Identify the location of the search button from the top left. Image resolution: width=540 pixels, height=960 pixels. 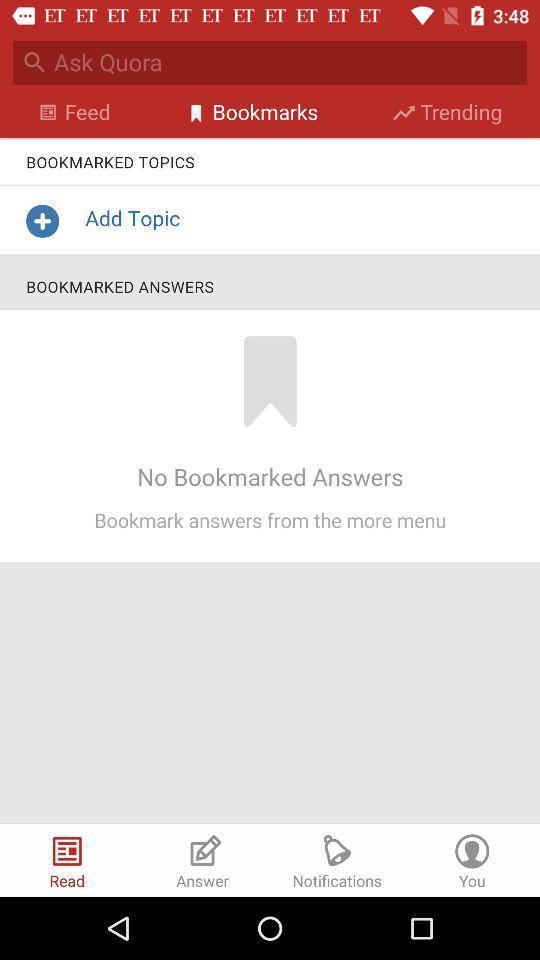
(33, 62).